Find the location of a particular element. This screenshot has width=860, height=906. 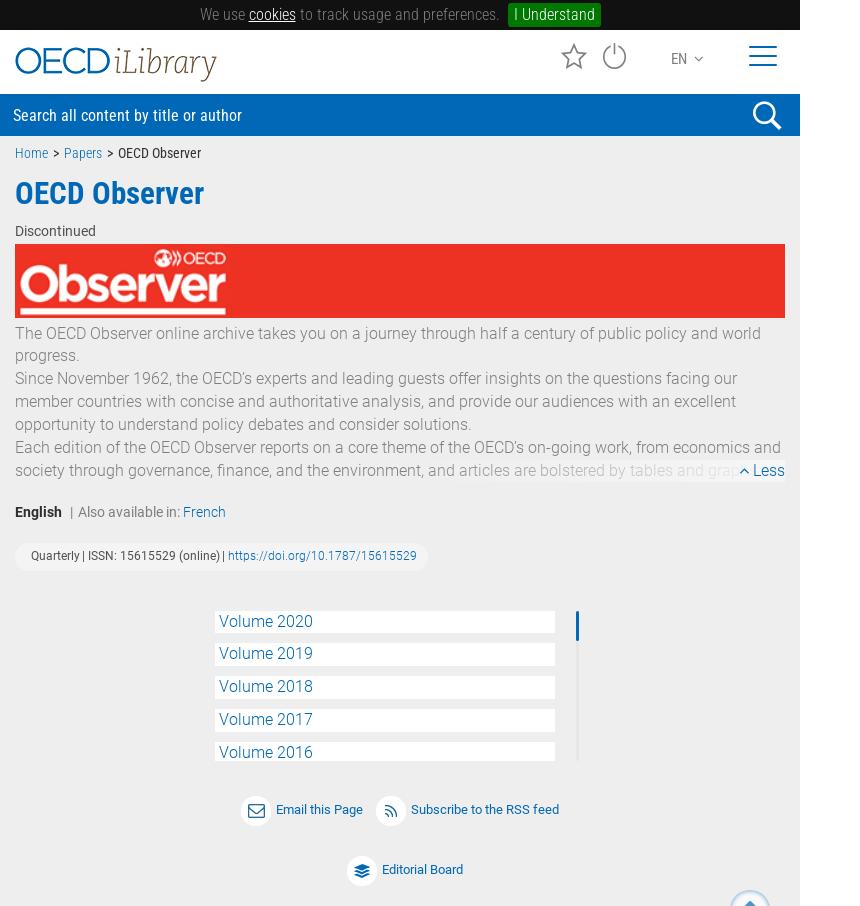

'Volume 2014' is located at coordinates (265, 816).